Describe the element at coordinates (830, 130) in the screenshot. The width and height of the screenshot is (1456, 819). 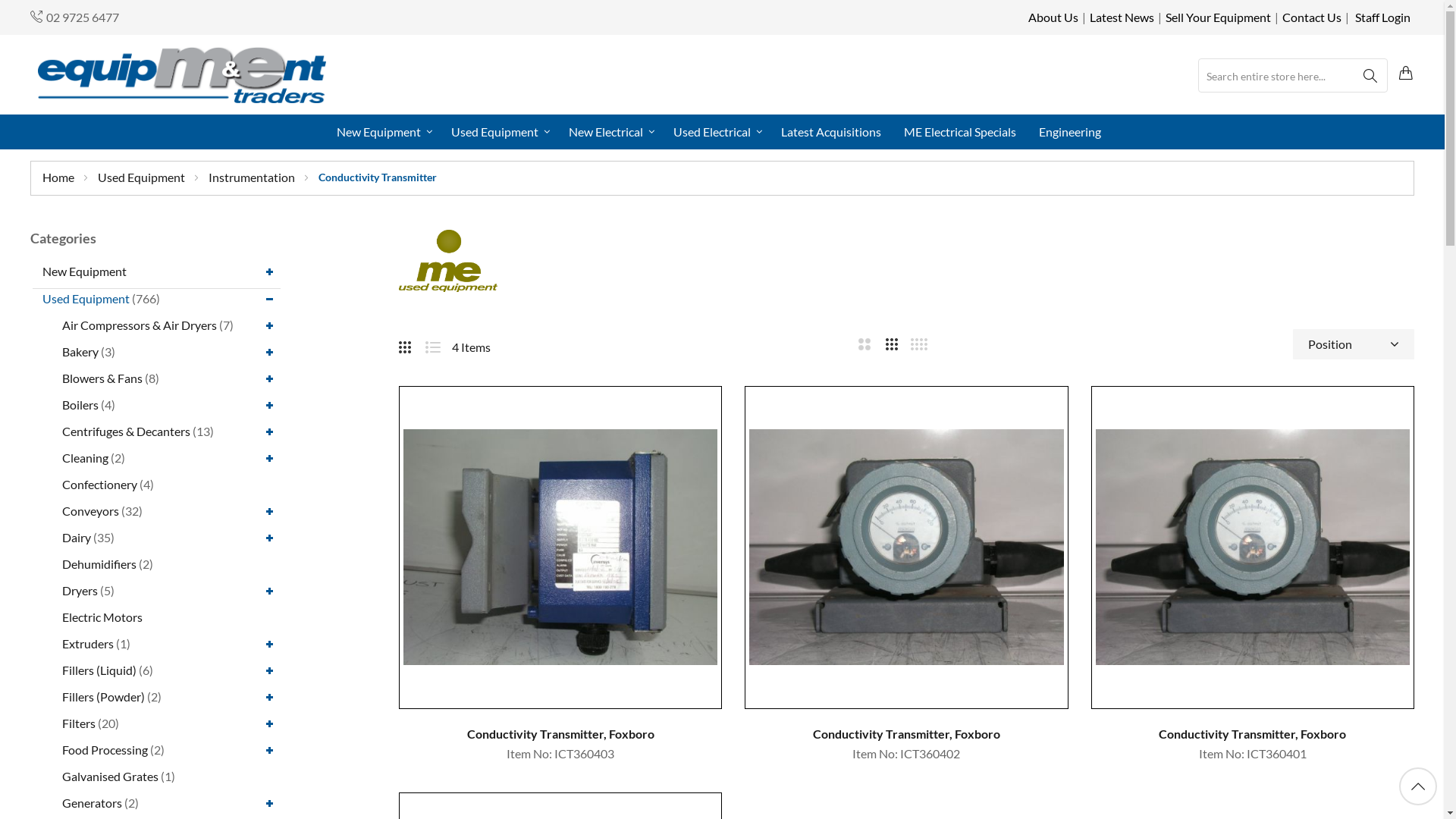
I see `'Latest Acquisitions'` at that location.